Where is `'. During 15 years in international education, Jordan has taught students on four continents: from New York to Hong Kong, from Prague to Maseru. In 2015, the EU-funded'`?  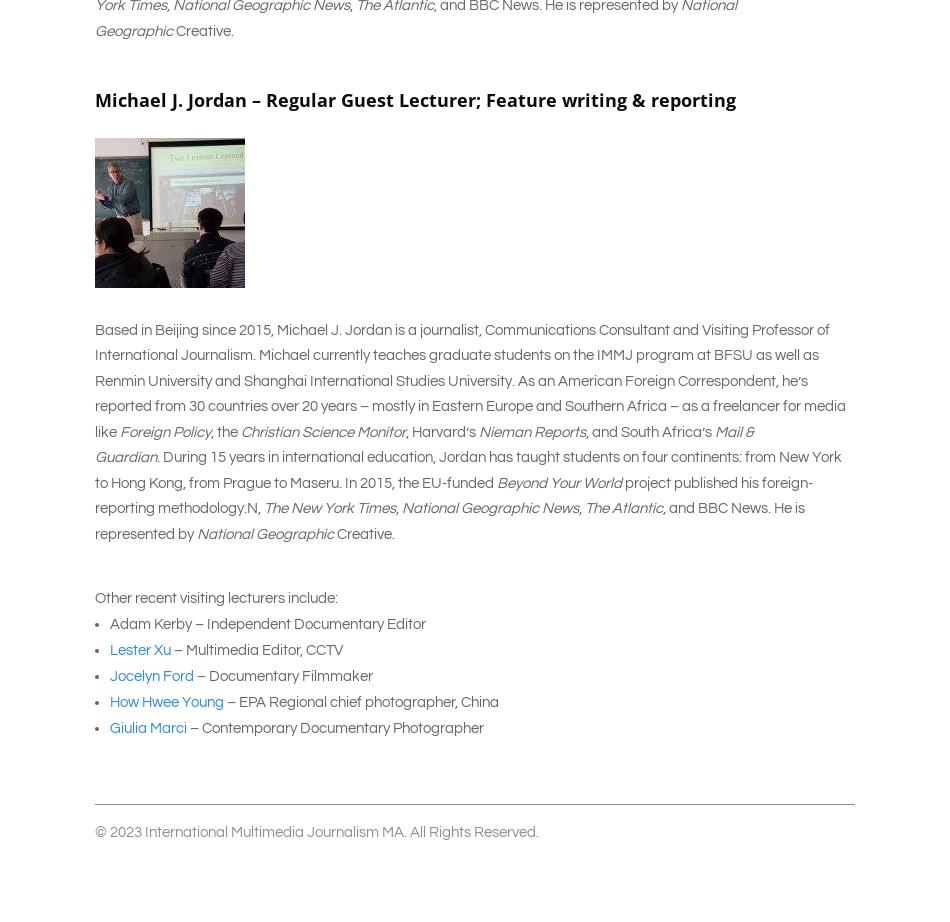
'. During 15 years in international education, Jordan has taught students on four continents: from New York to Hong Kong, from Prague to Maseru. In 2015, the EU-funded' is located at coordinates (467, 470).